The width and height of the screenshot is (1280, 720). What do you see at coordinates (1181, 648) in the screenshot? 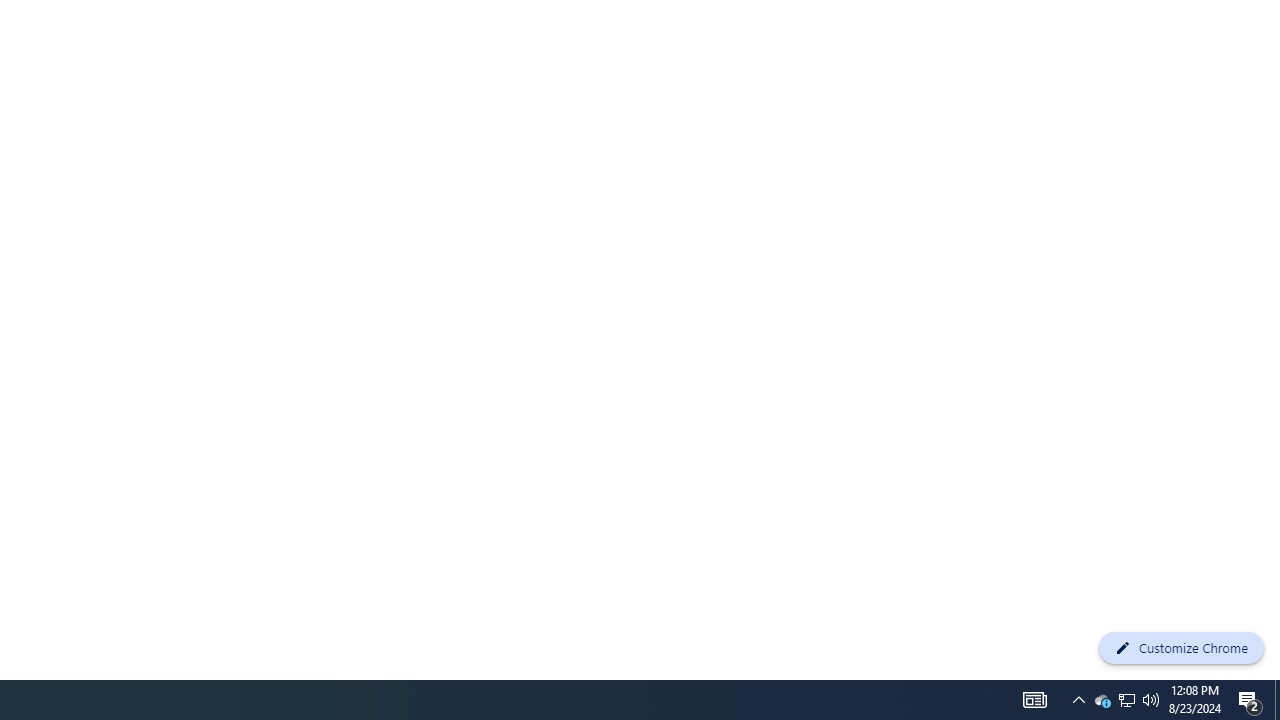
I see `'Customize Chrome'` at bounding box center [1181, 648].